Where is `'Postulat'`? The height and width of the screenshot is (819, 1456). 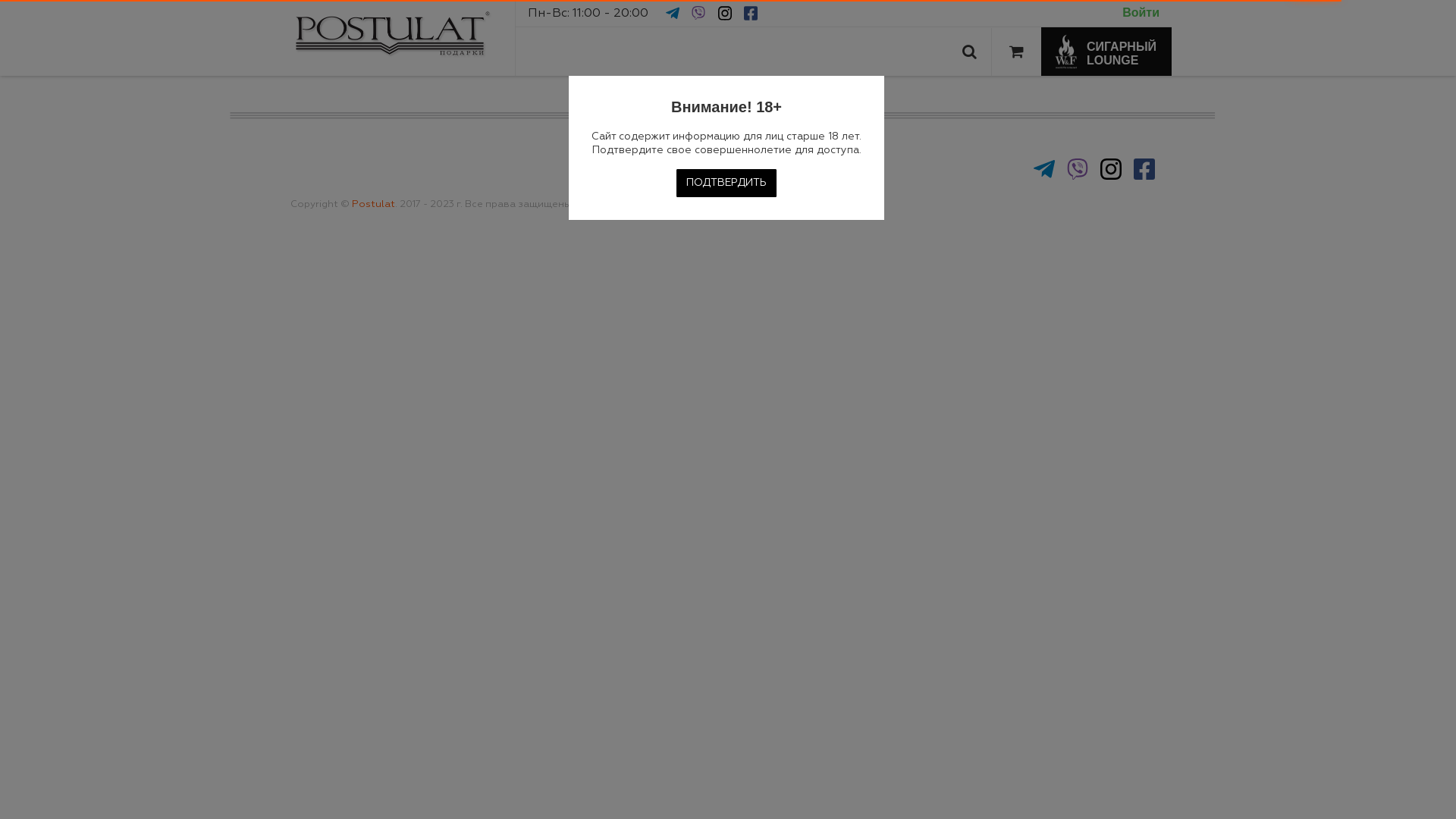
'Postulat' is located at coordinates (373, 203).